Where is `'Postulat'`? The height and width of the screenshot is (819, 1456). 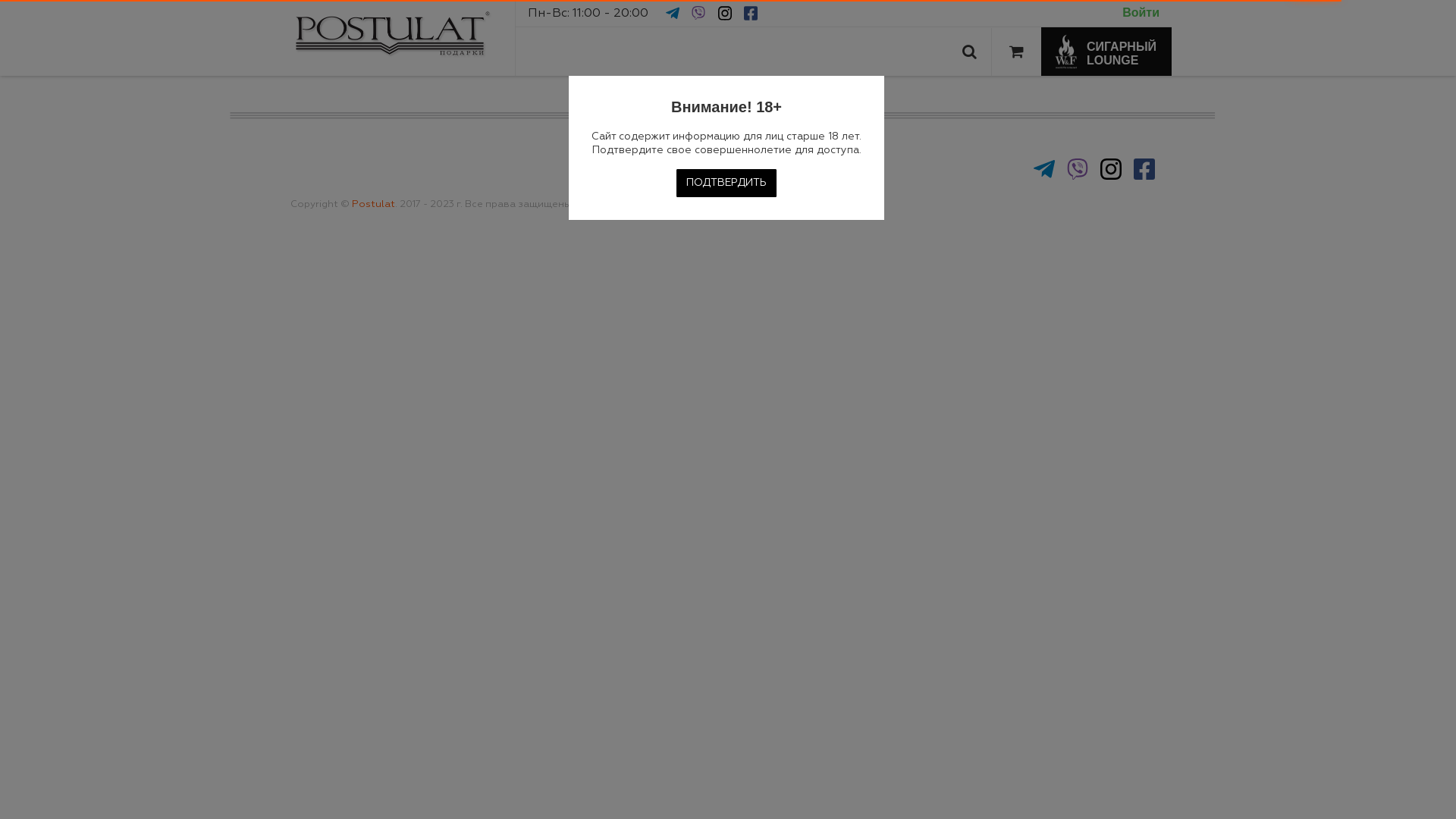
'Postulat' is located at coordinates (373, 203).